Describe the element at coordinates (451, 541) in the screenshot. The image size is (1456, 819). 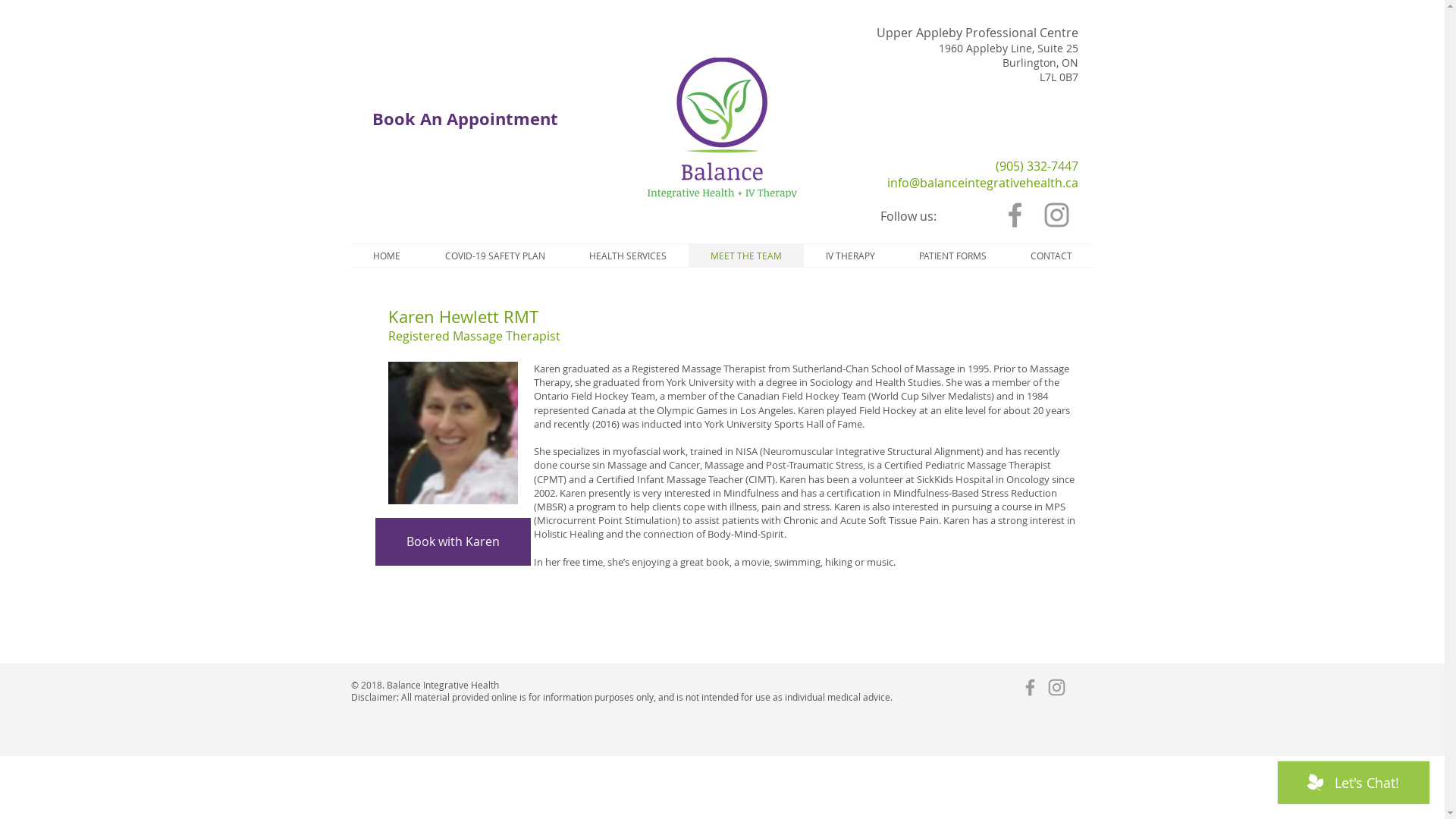
I see `'Book with Karen'` at that location.